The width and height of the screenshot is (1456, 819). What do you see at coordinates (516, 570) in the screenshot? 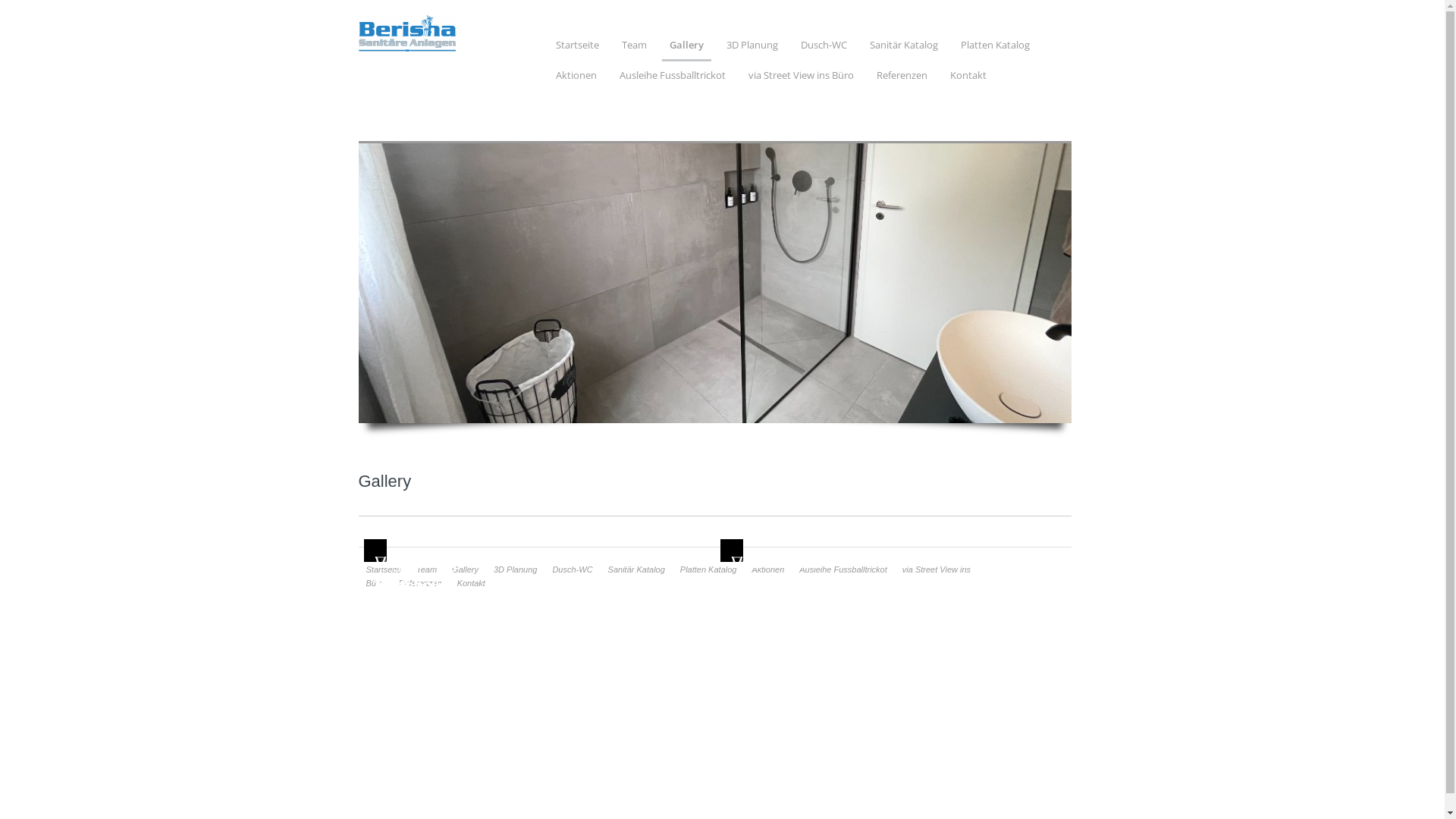
I see `'3D Planung'` at bounding box center [516, 570].